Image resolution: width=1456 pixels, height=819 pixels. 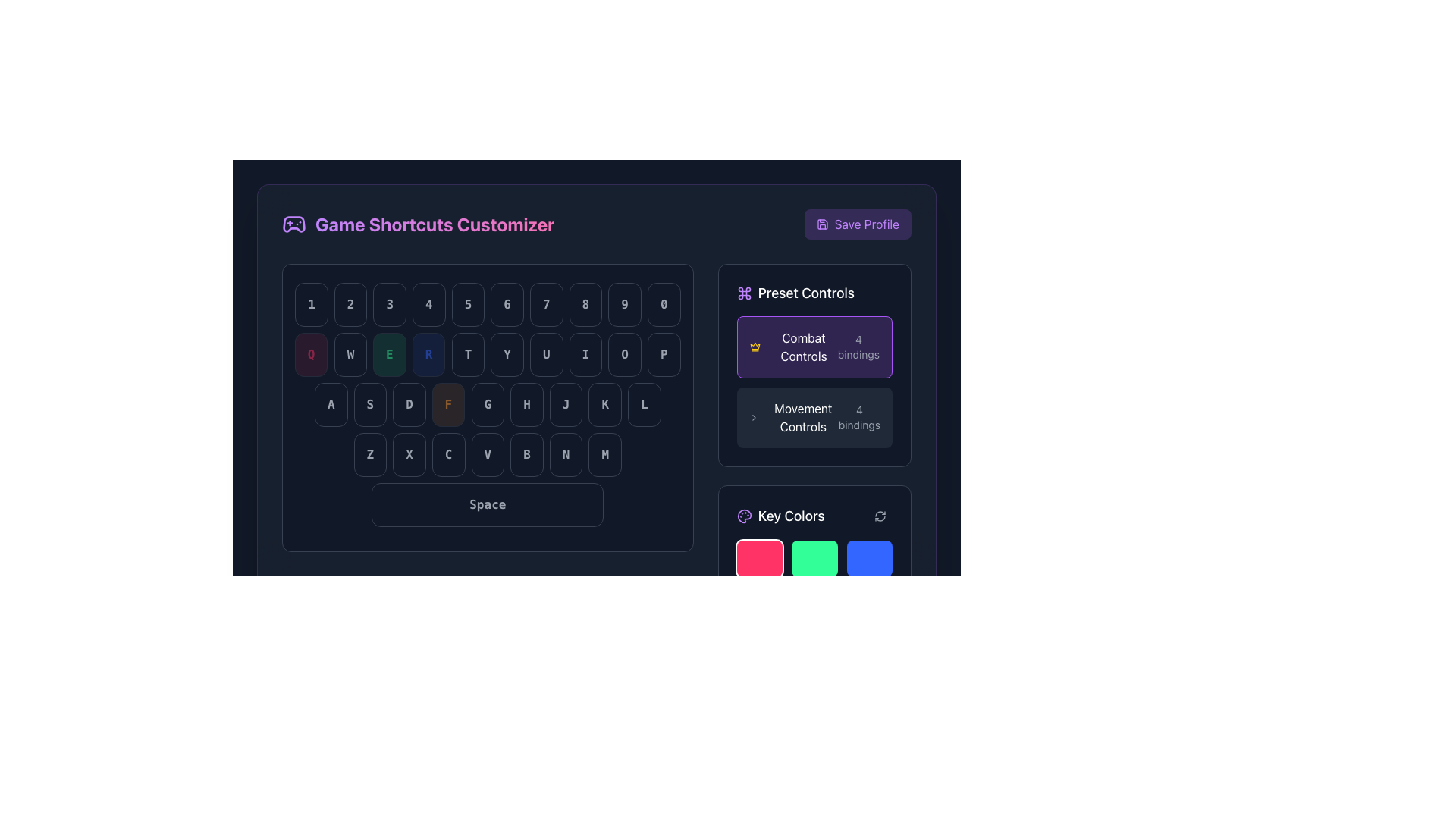 What do you see at coordinates (814, 293) in the screenshot?
I see `the 'Preset Controls' label/header, which features white text aligned to the right of a small purple command icon, located at the top of a section with a dark background` at bounding box center [814, 293].